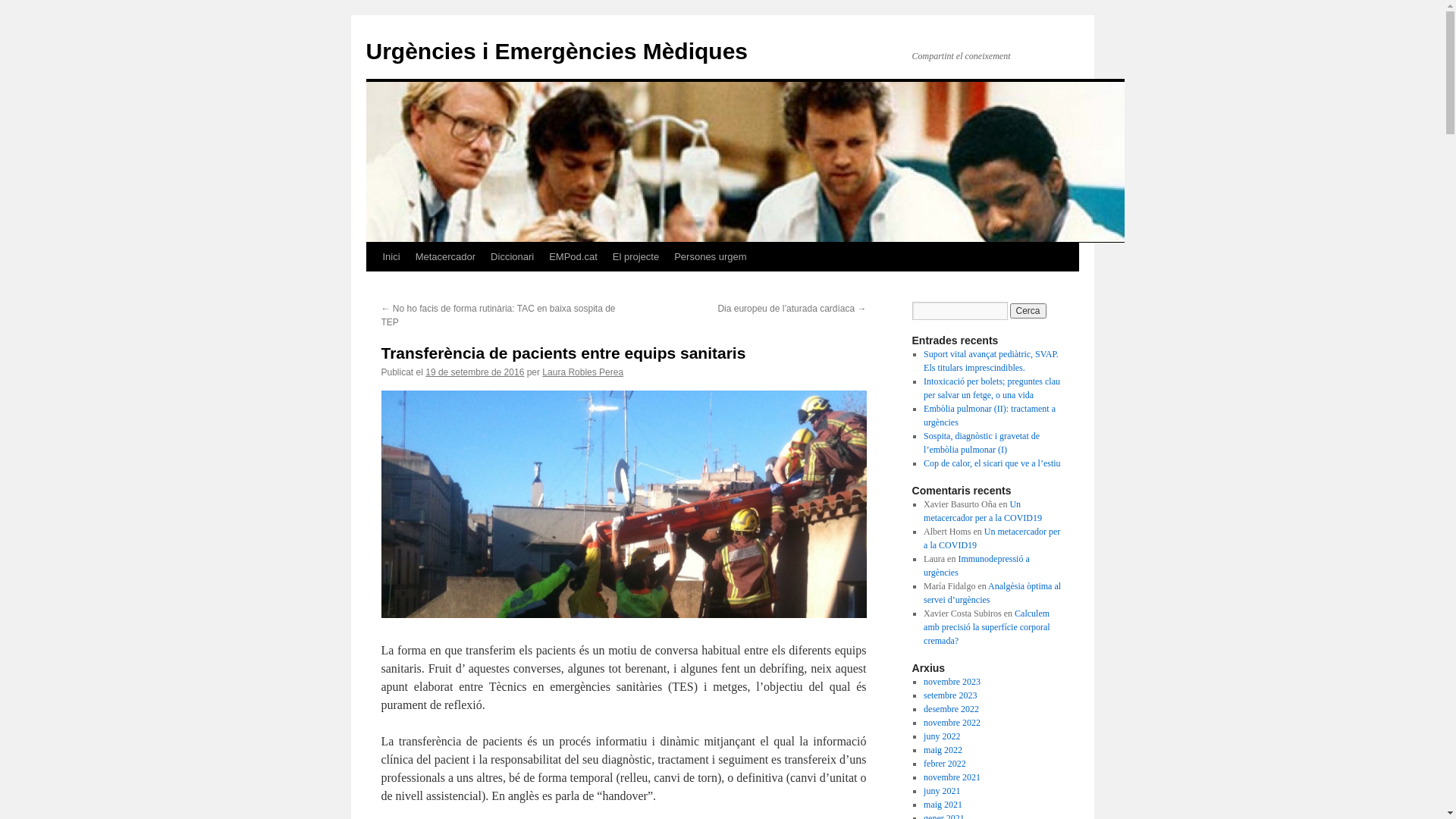  Describe the element at coordinates (950, 708) in the screenshot. I see `'desembre 2022'` at that location.